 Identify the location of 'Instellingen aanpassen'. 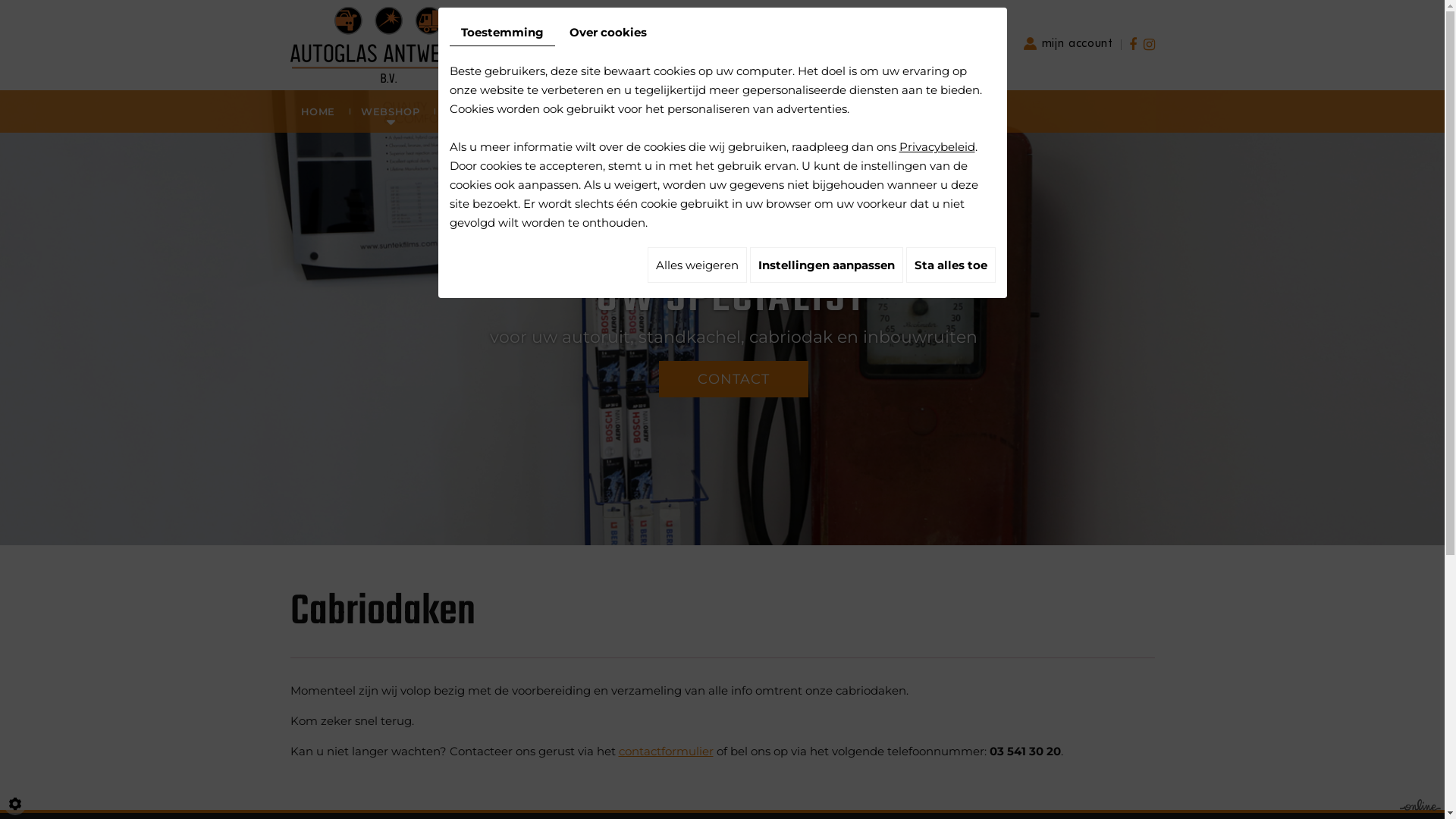
(749, 264).